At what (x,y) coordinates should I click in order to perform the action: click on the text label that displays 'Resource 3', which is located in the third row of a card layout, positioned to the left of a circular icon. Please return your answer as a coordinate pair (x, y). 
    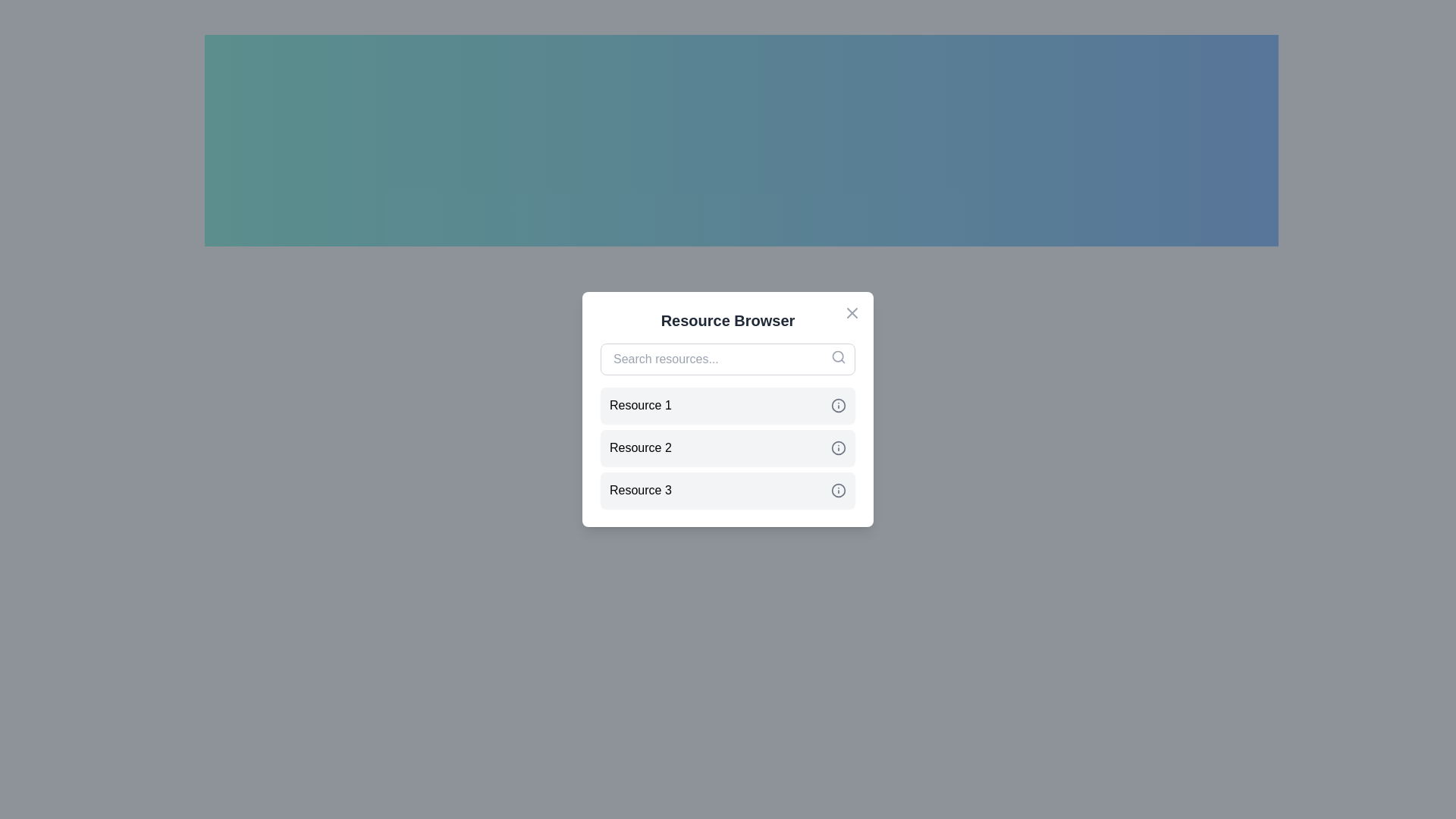
    Looking at the image, I should click on (640, 491).